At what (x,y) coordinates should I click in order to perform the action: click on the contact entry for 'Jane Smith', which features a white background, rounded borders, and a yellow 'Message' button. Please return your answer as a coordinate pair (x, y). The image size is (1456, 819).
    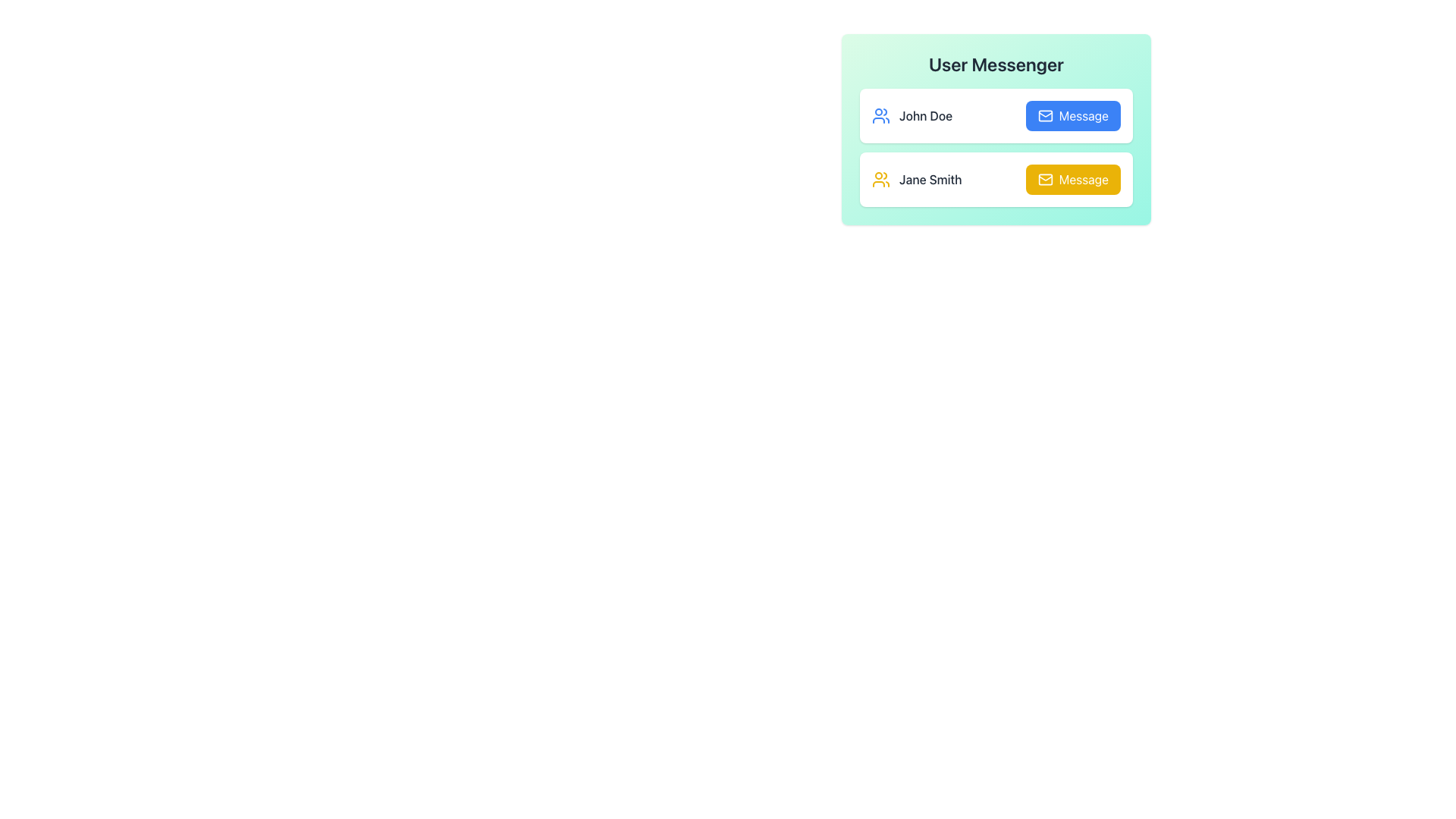
    Looking at the image, I should click on (996, 178).